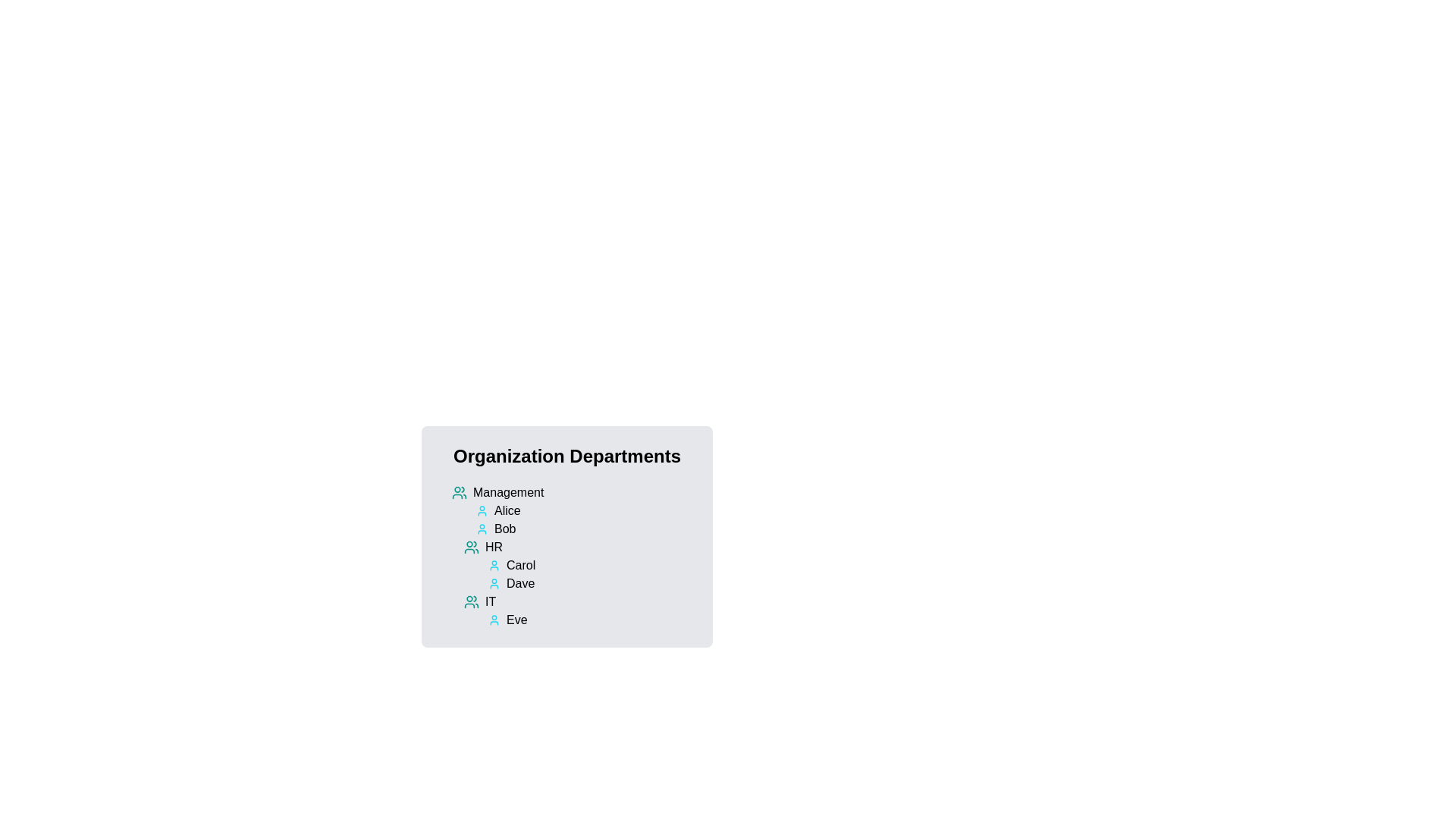  What do you see at coordinates (508, 493) in the screenshot?
I see `text label that says 'Management', which is bold and positioned next to a teal user icon under the 'Organization Departments' header` at bounding box center [508, 493].